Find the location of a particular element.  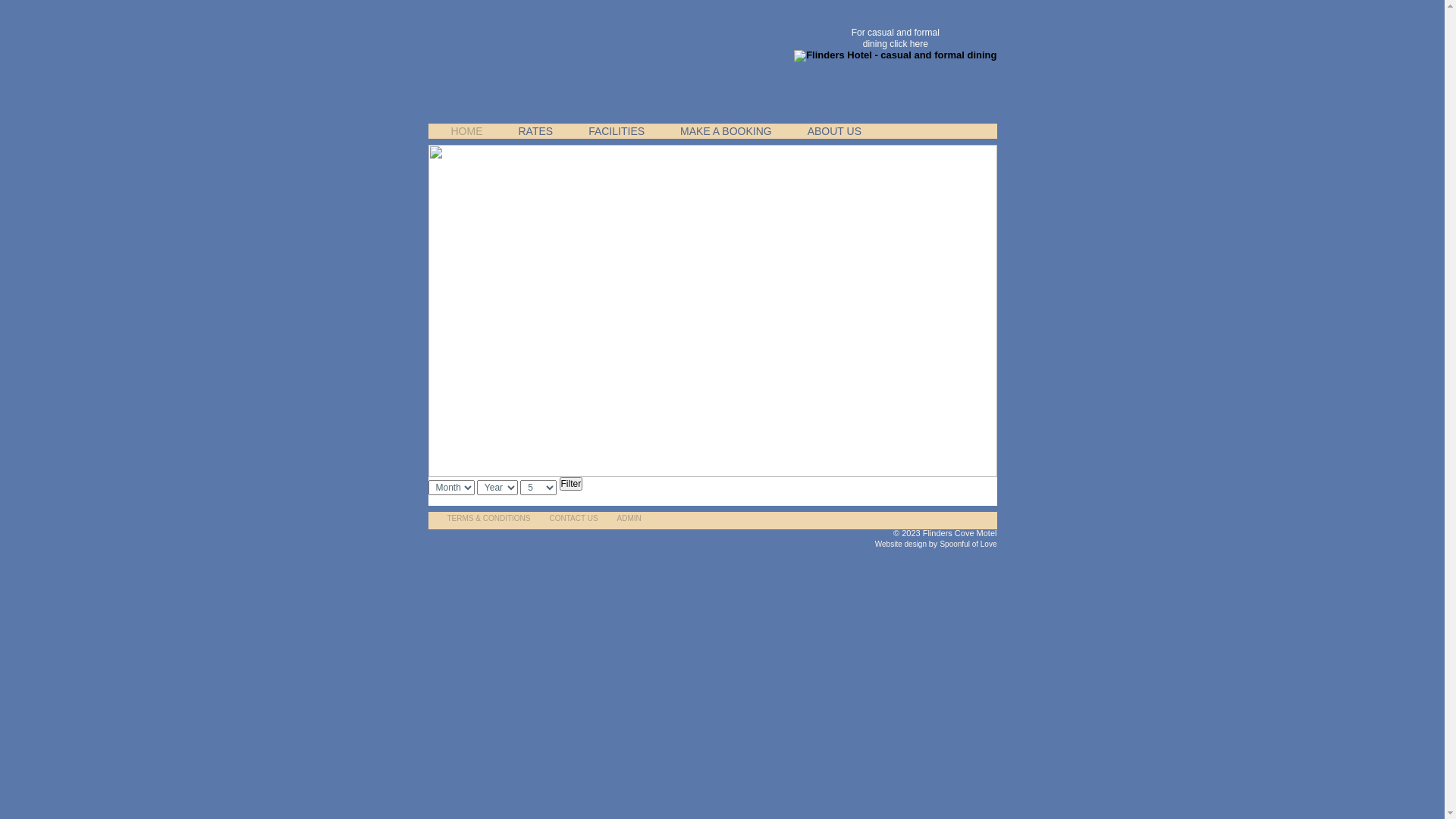

'Website design' is located at coordinates (874, 543).